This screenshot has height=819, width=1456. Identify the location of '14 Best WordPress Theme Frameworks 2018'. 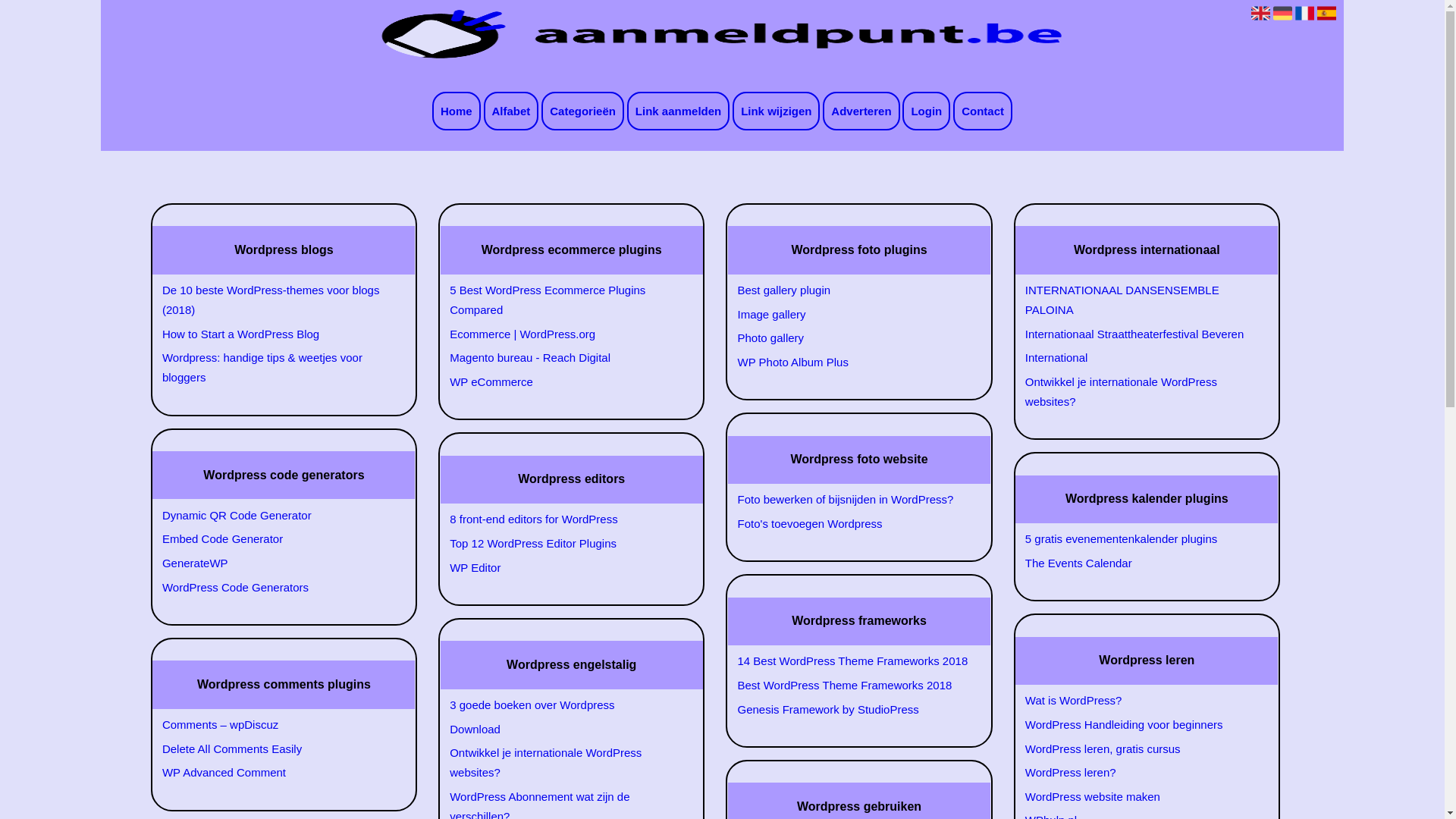
(850, 660).